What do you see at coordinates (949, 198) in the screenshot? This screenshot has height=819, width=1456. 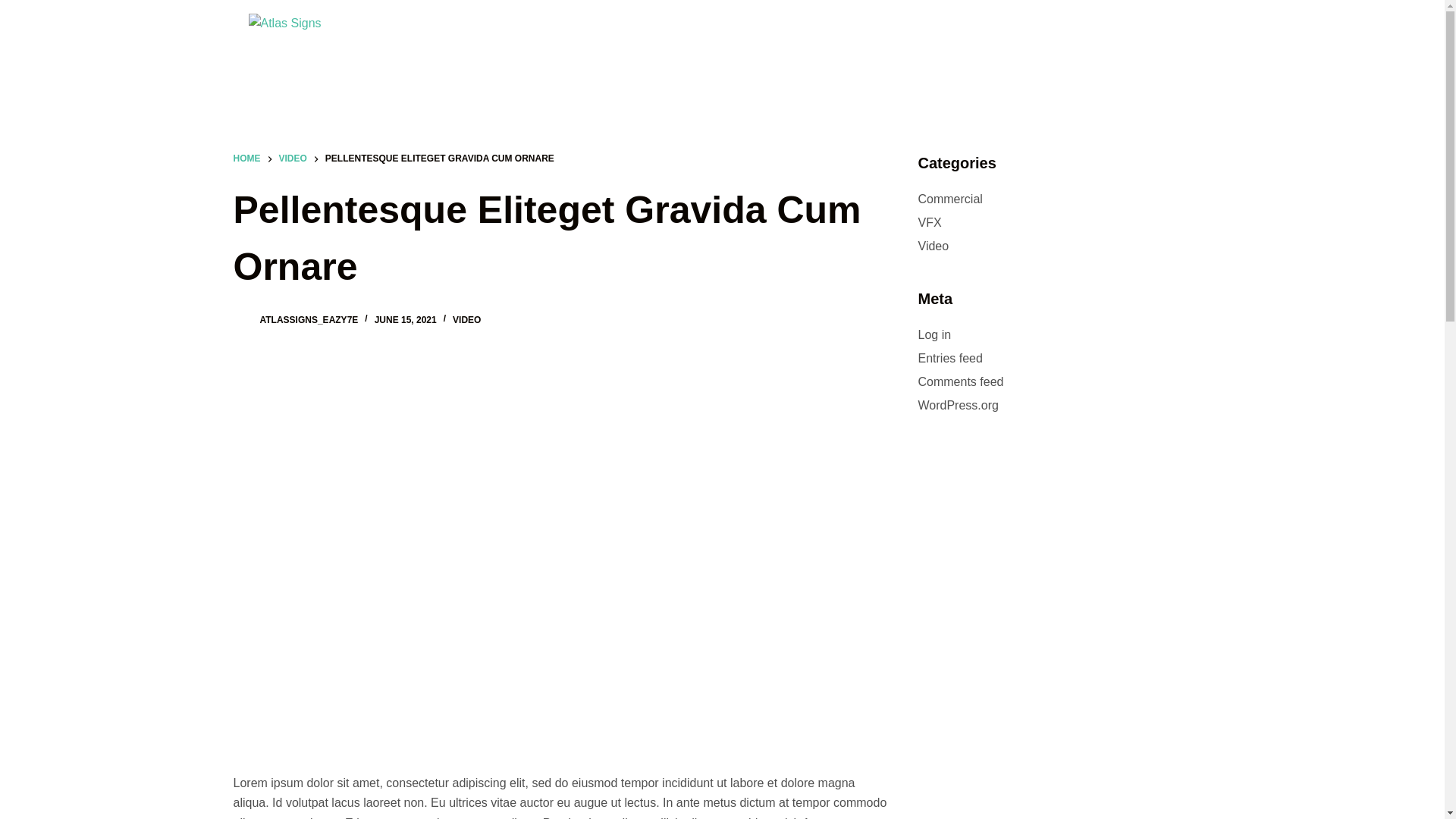 I see `'Commercial'` at bounding box center [949, 198].